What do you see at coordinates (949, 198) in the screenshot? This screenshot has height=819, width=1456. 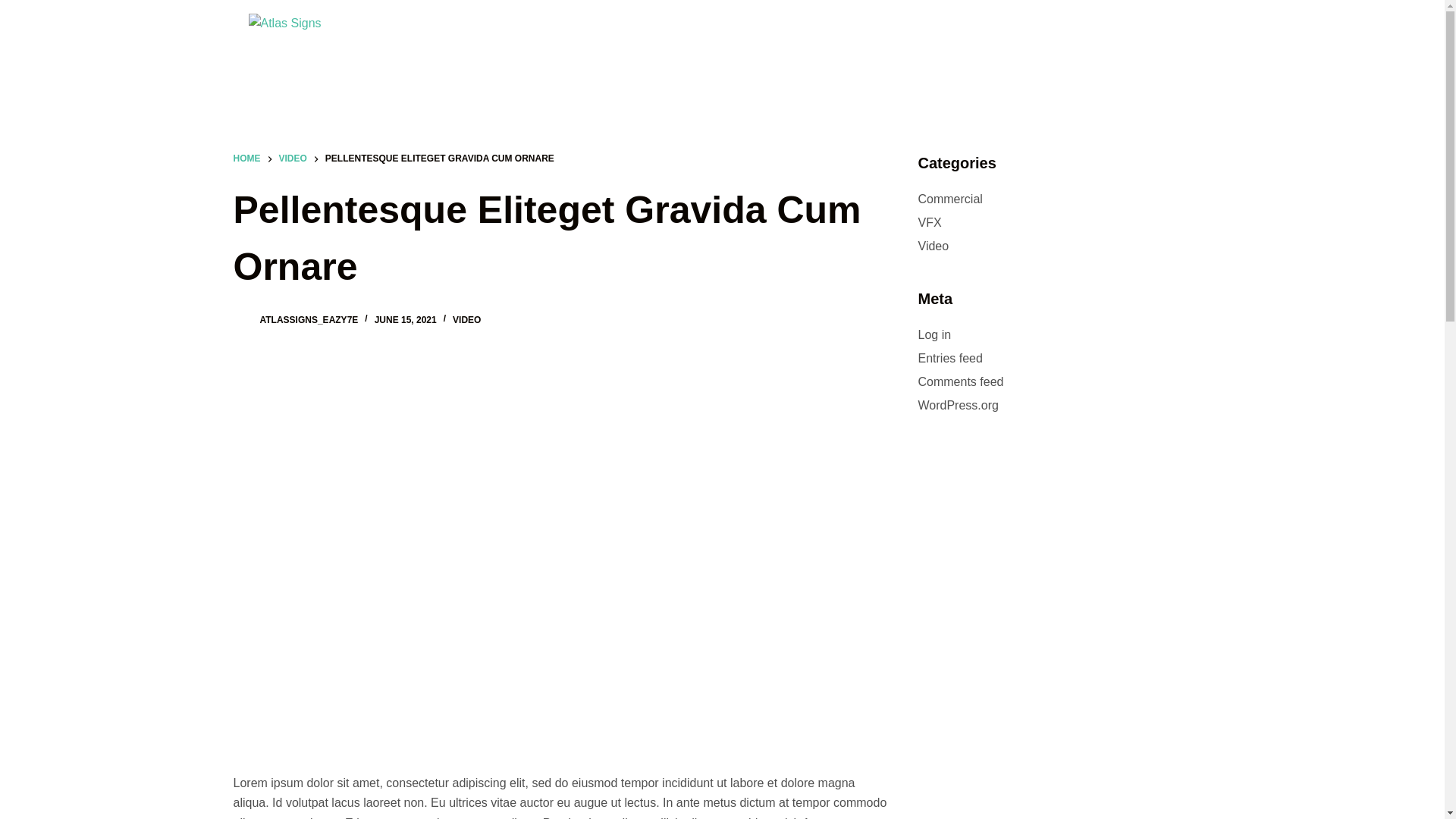 I see `'Commercial'` at bounding box center [949, 198].